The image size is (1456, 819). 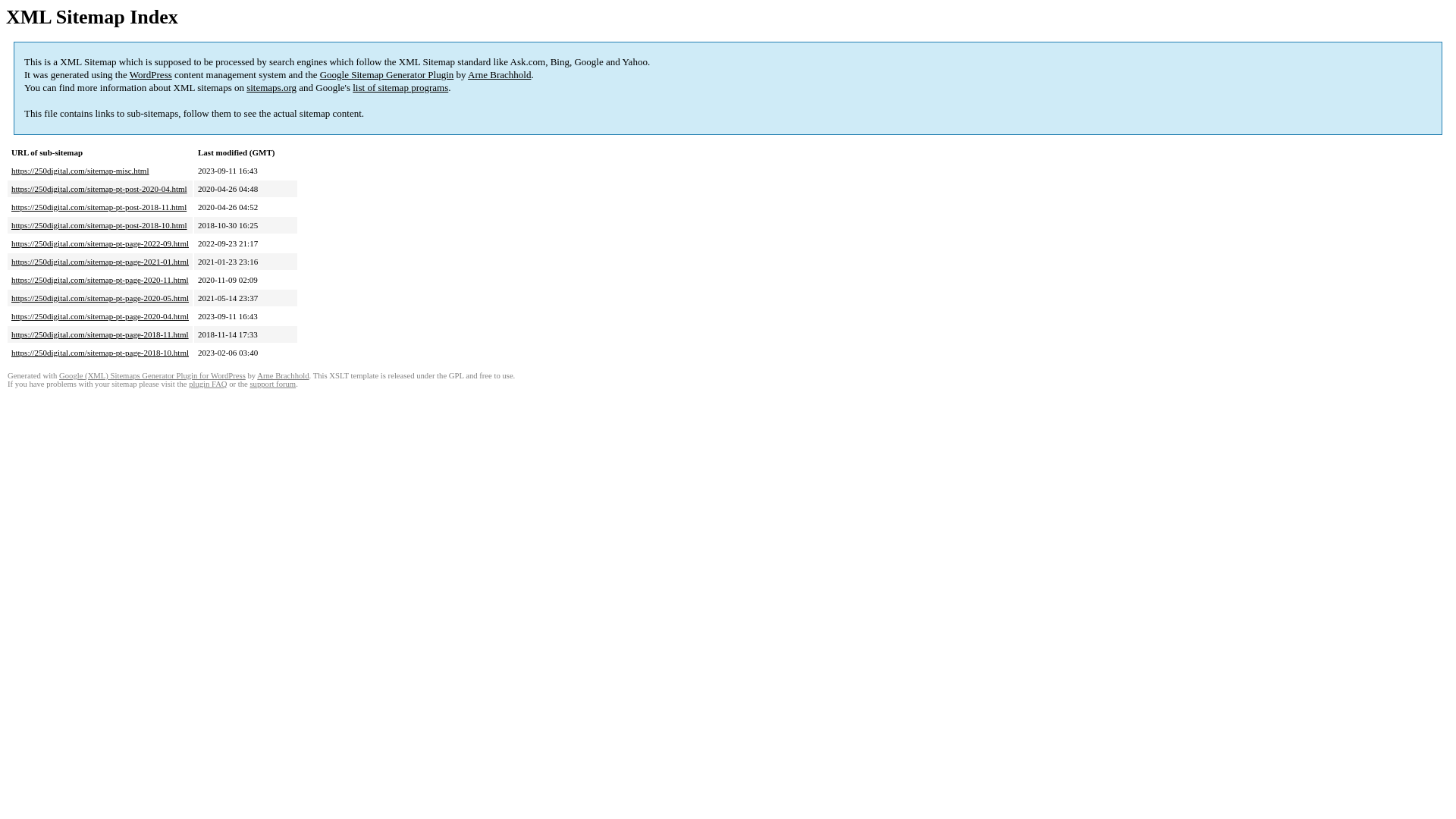 What do you see at coordinates (206, 383) in the screenshot?
I see `'plugin FAQ'` at bounding box center [206, 383].